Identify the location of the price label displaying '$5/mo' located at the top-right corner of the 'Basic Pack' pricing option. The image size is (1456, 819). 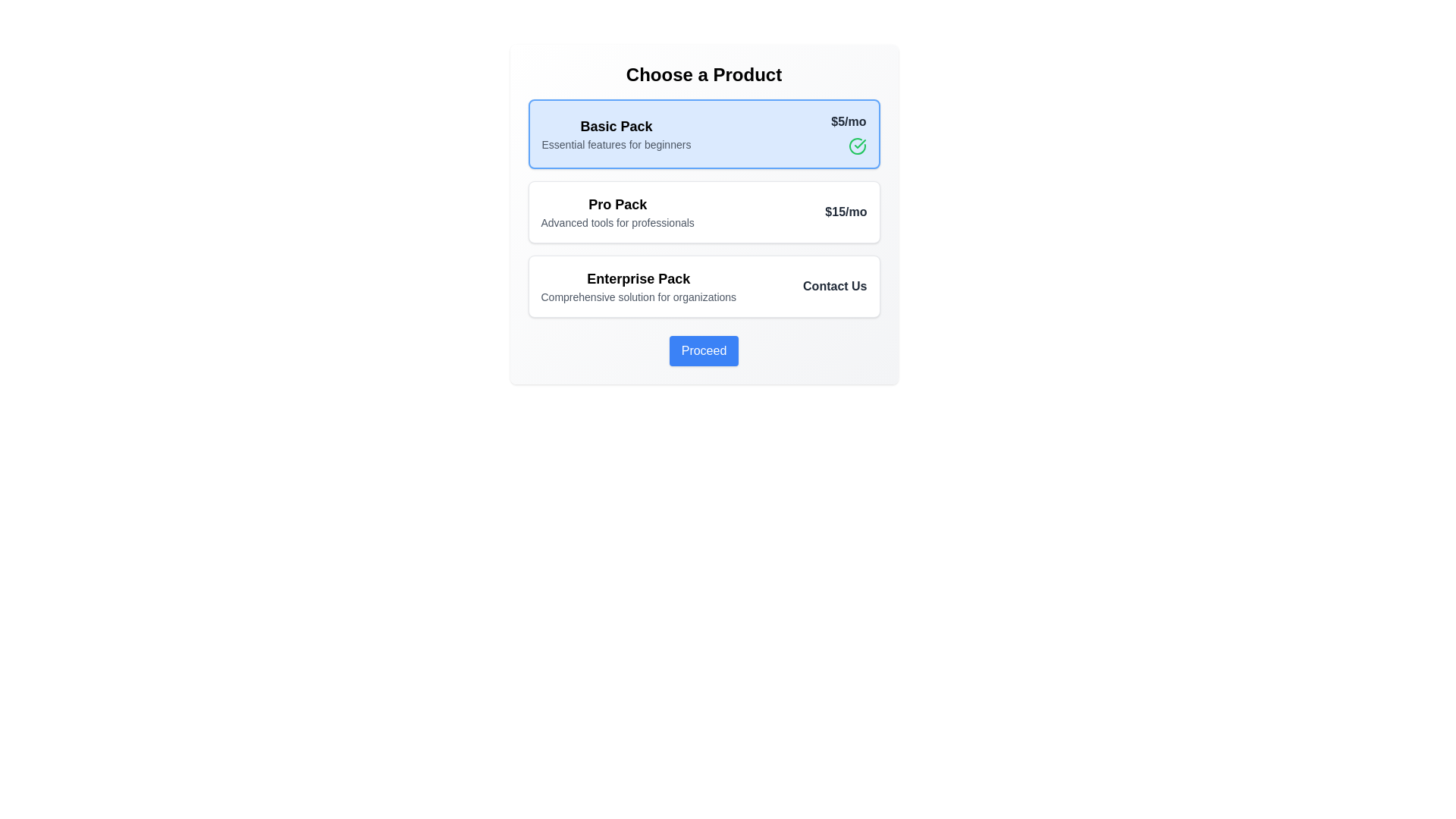
(848, 133).